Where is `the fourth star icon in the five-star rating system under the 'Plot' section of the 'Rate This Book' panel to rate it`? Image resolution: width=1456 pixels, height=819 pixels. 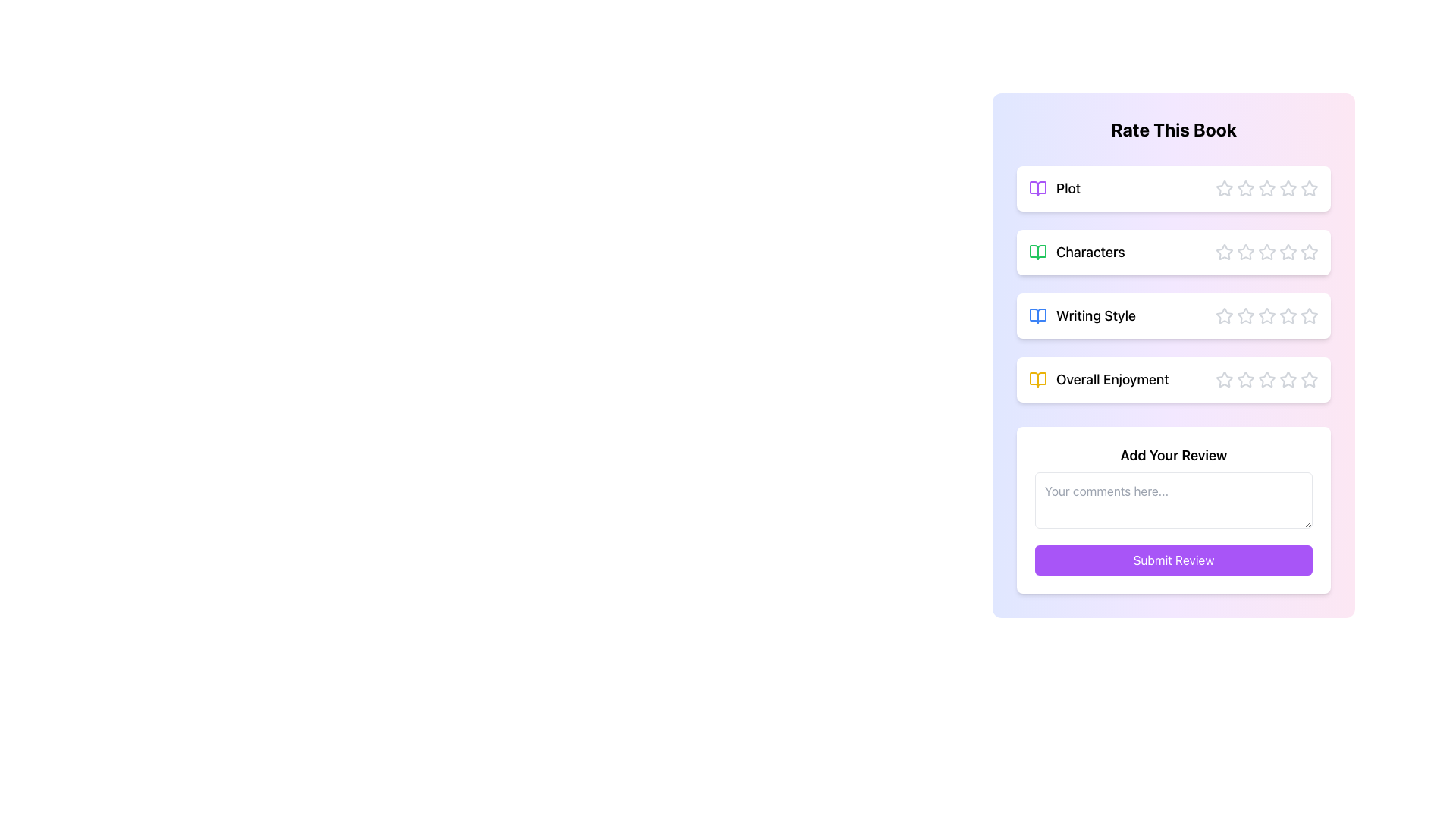
the fourth star icon in the five-star rating system under the 'Plot' section of the 'Rate This Book' panel to rate it is located at coordinates (1266, 188).